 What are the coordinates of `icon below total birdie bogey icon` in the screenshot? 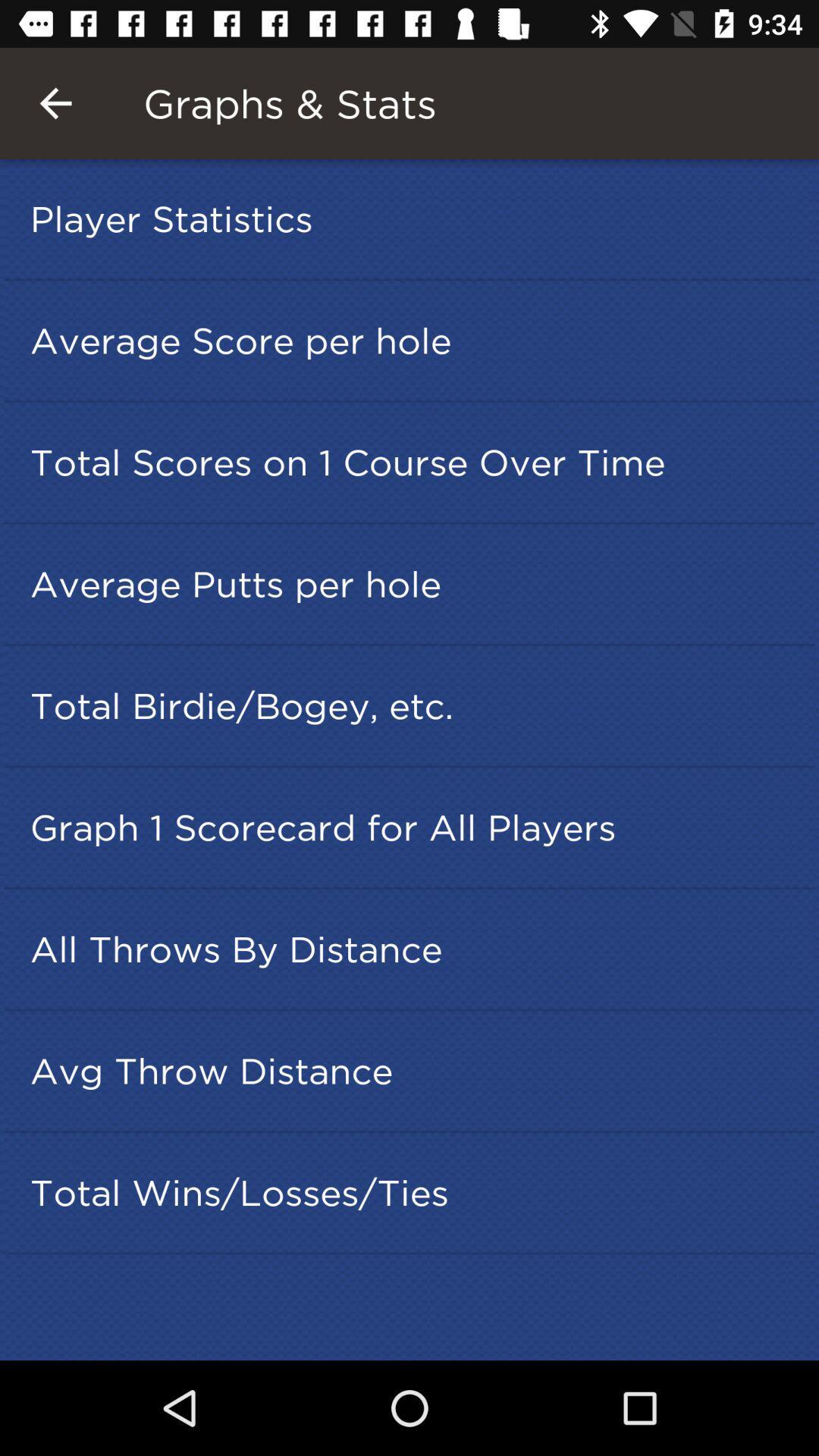 It's located at (414, 827).